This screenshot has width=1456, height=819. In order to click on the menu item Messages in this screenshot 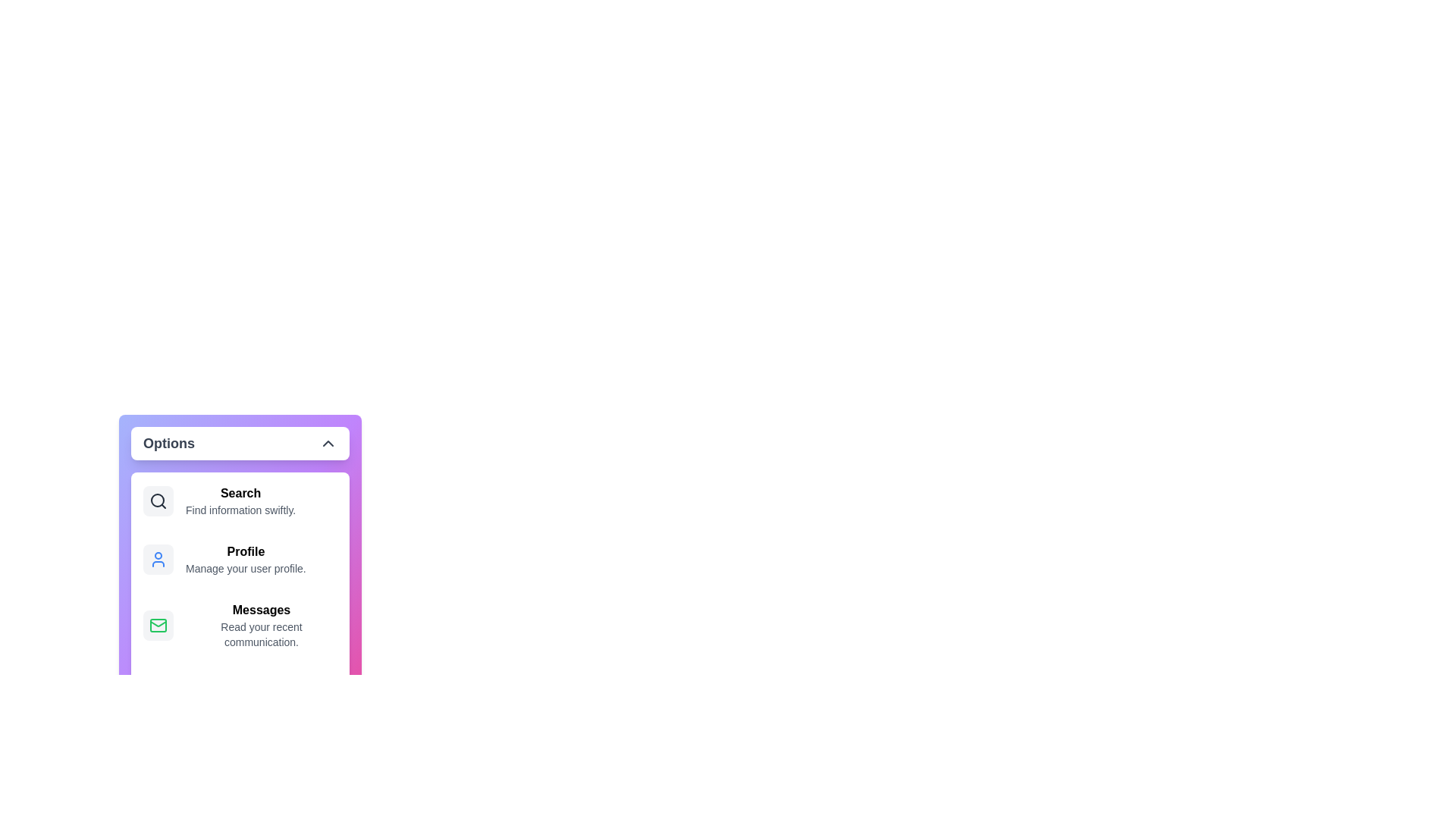, I will do `click(239, 625)`.